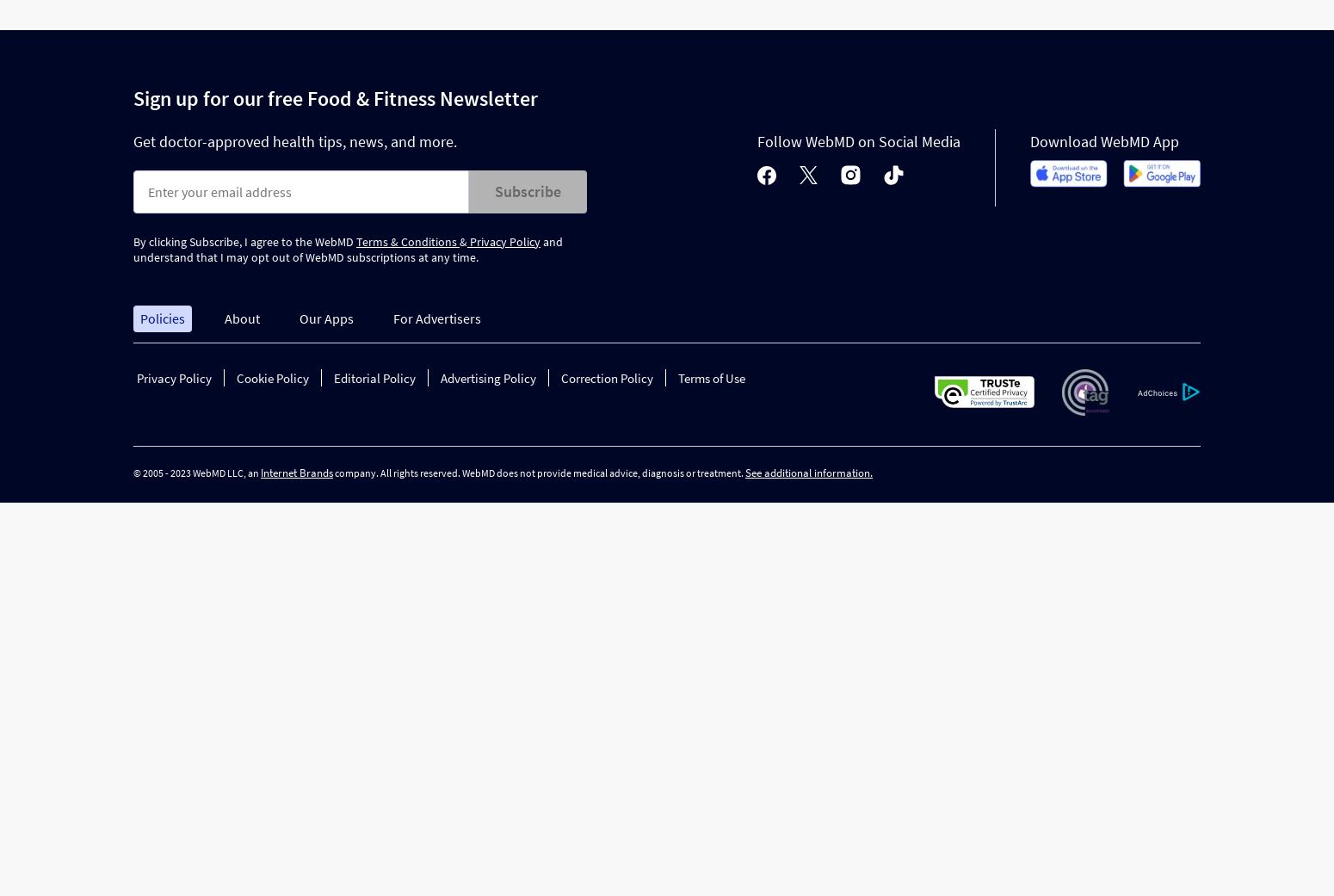 Image resolution: width=1334 pixels, height=896 pixels. Describe the element at coordinates (161, 318) in the screenshot. I see `'Policies'` at that location.